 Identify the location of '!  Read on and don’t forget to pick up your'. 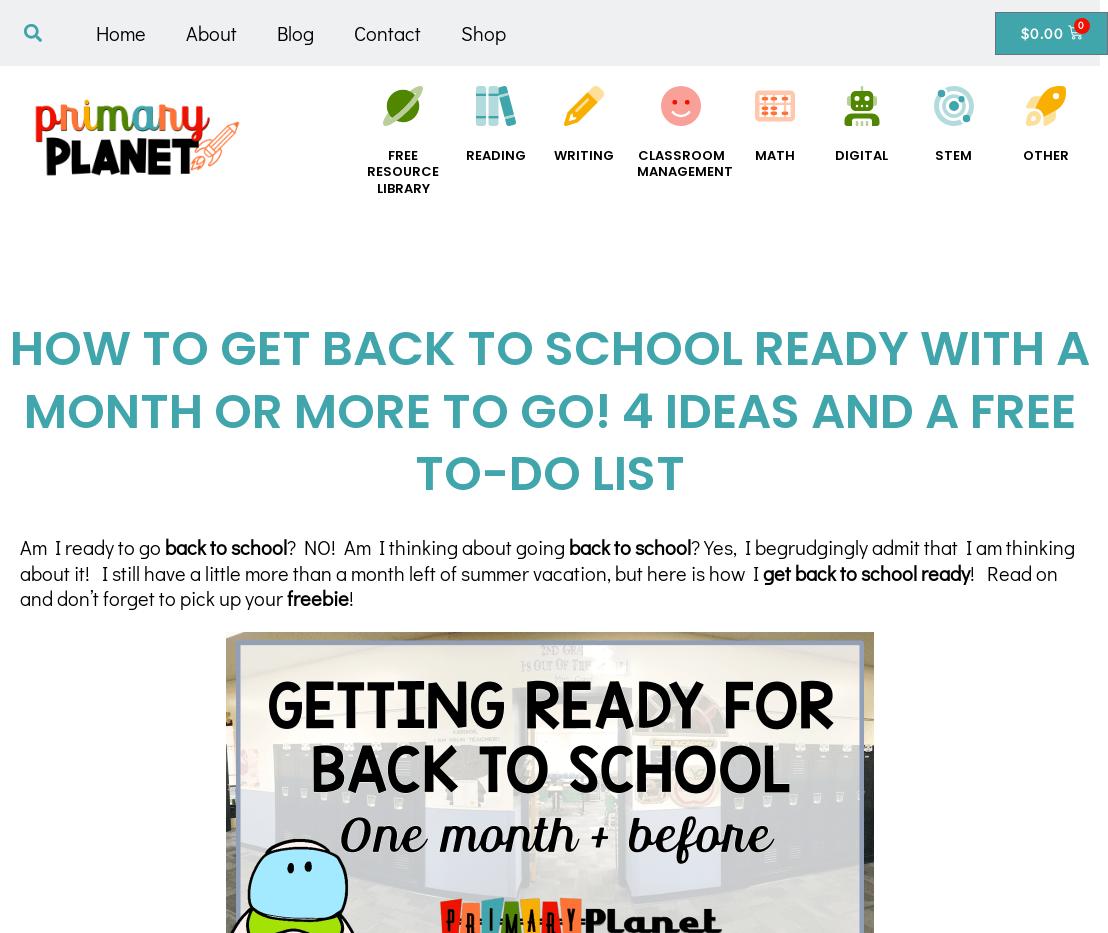
(20, 584).